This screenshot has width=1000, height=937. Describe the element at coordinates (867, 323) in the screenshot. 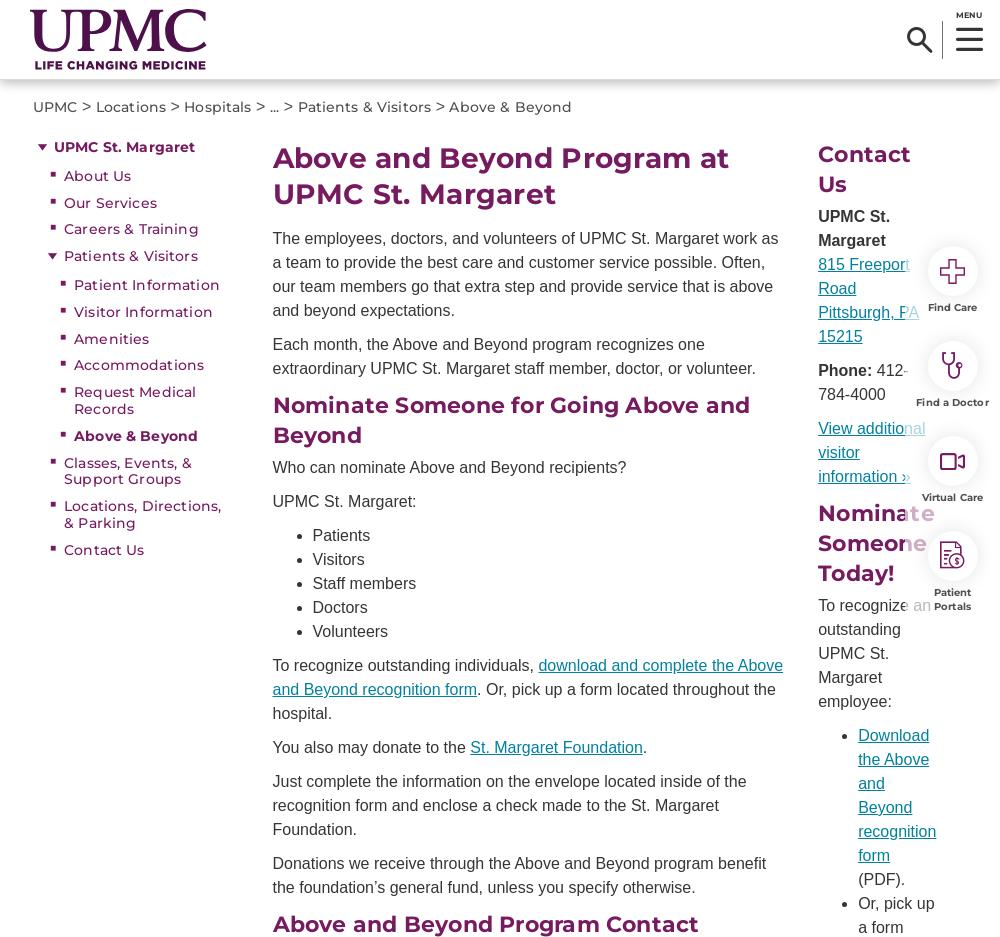

I see `'Pittsburgh, PA 15215'` at that location.